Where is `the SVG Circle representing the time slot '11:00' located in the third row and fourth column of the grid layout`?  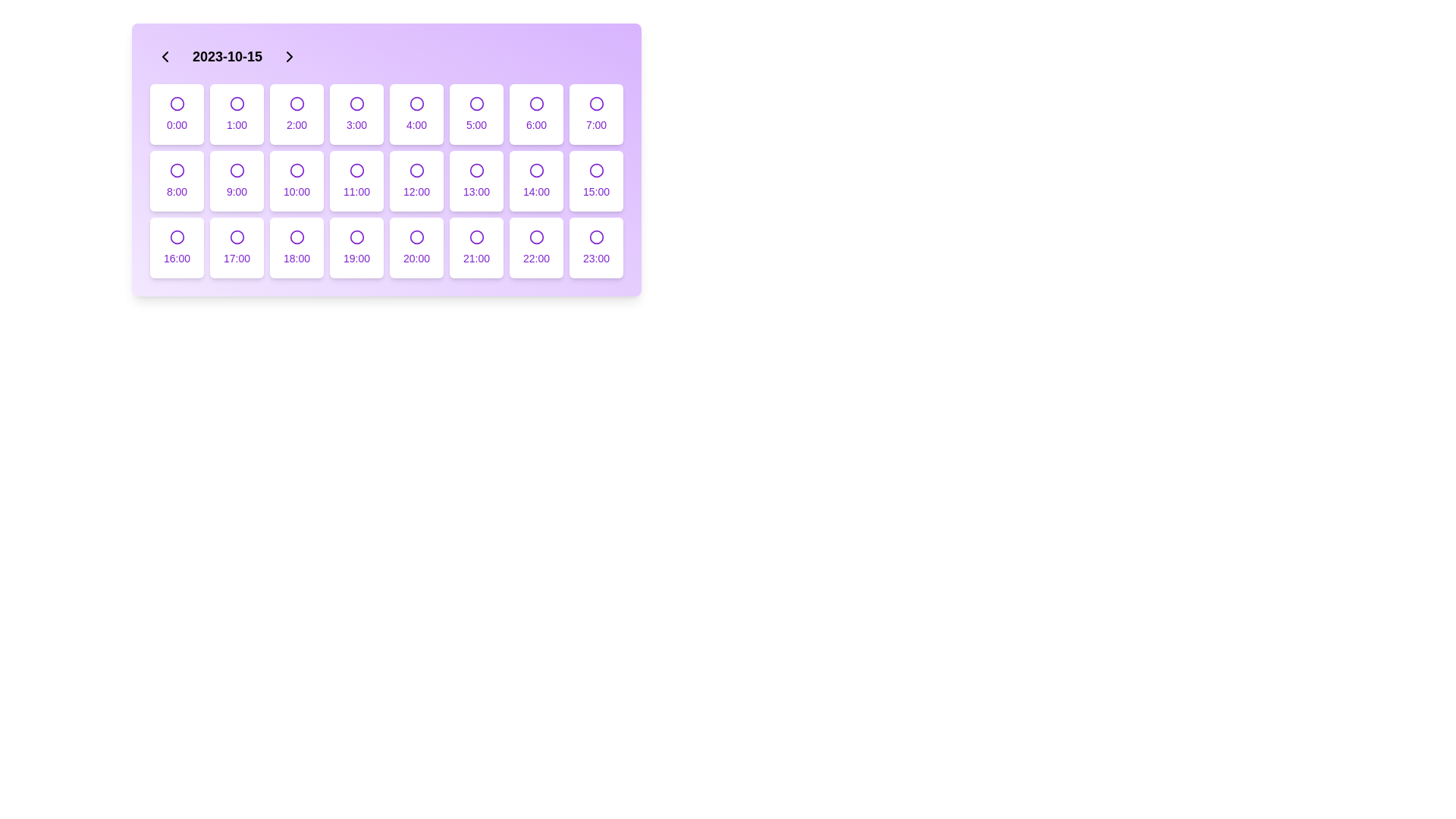 the SVG Circle representing the time slot '11:00' located in the third row and fourth column of the grid layout is located at coordinates (356, 170).